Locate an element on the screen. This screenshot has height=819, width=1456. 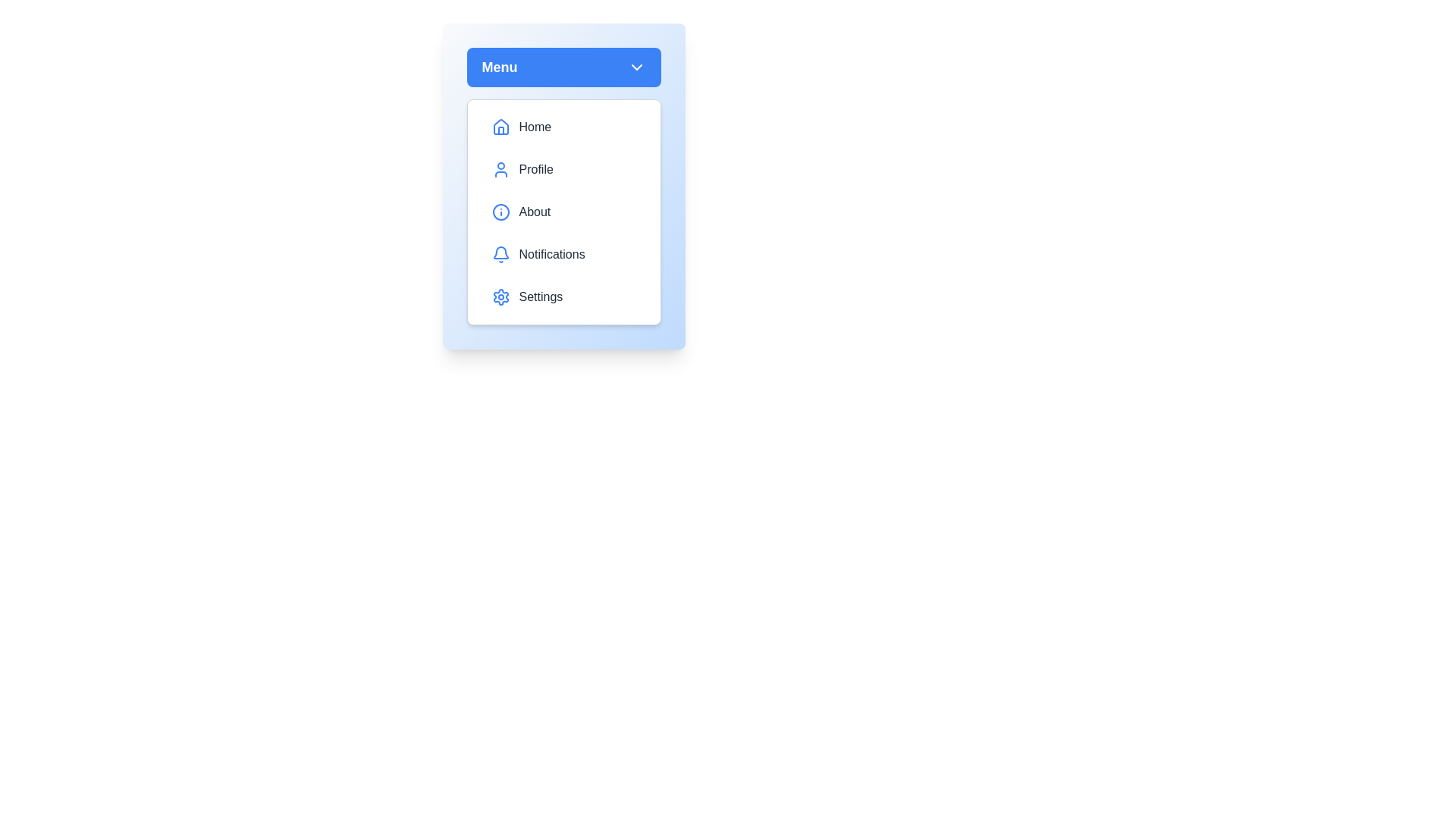
the menu button to toggle its state is located at coordinates (563, 66).